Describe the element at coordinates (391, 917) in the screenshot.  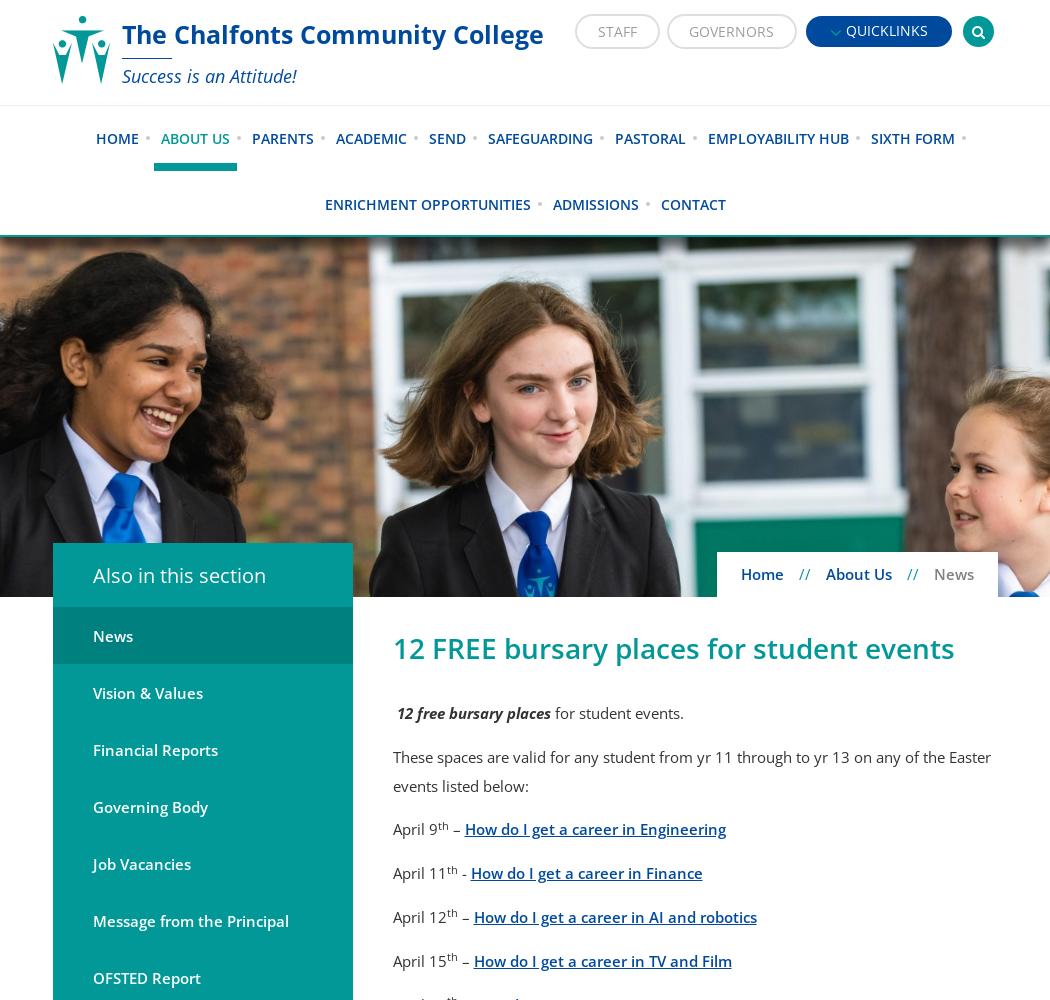
I see `'April 12'` at that location.